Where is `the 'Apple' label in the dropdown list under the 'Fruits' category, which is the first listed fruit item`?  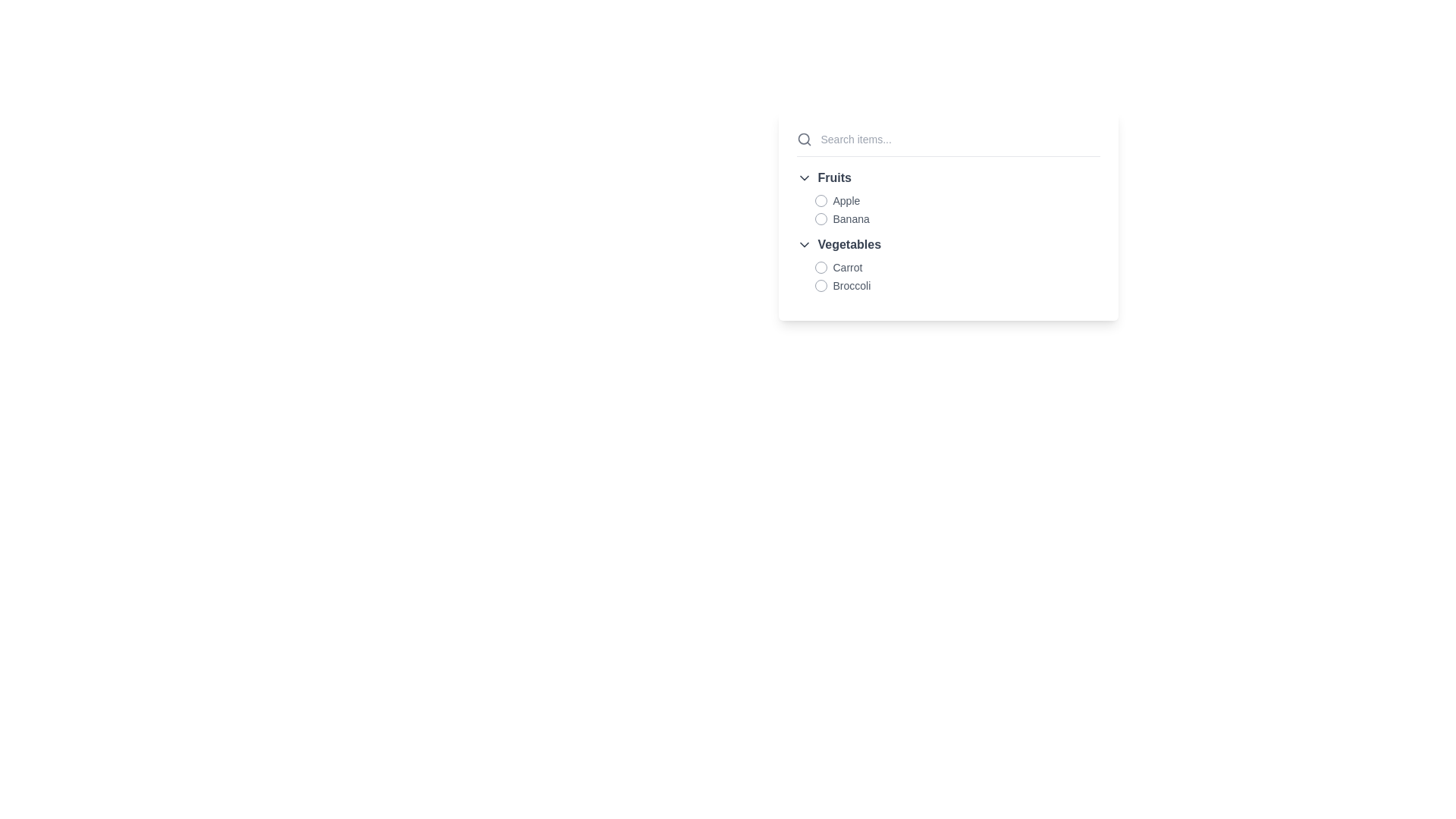 the 'Apple' label in the dropdown list under the 'Fruits' category, which is the first listed fruit item is located at coordinates (846, 200).